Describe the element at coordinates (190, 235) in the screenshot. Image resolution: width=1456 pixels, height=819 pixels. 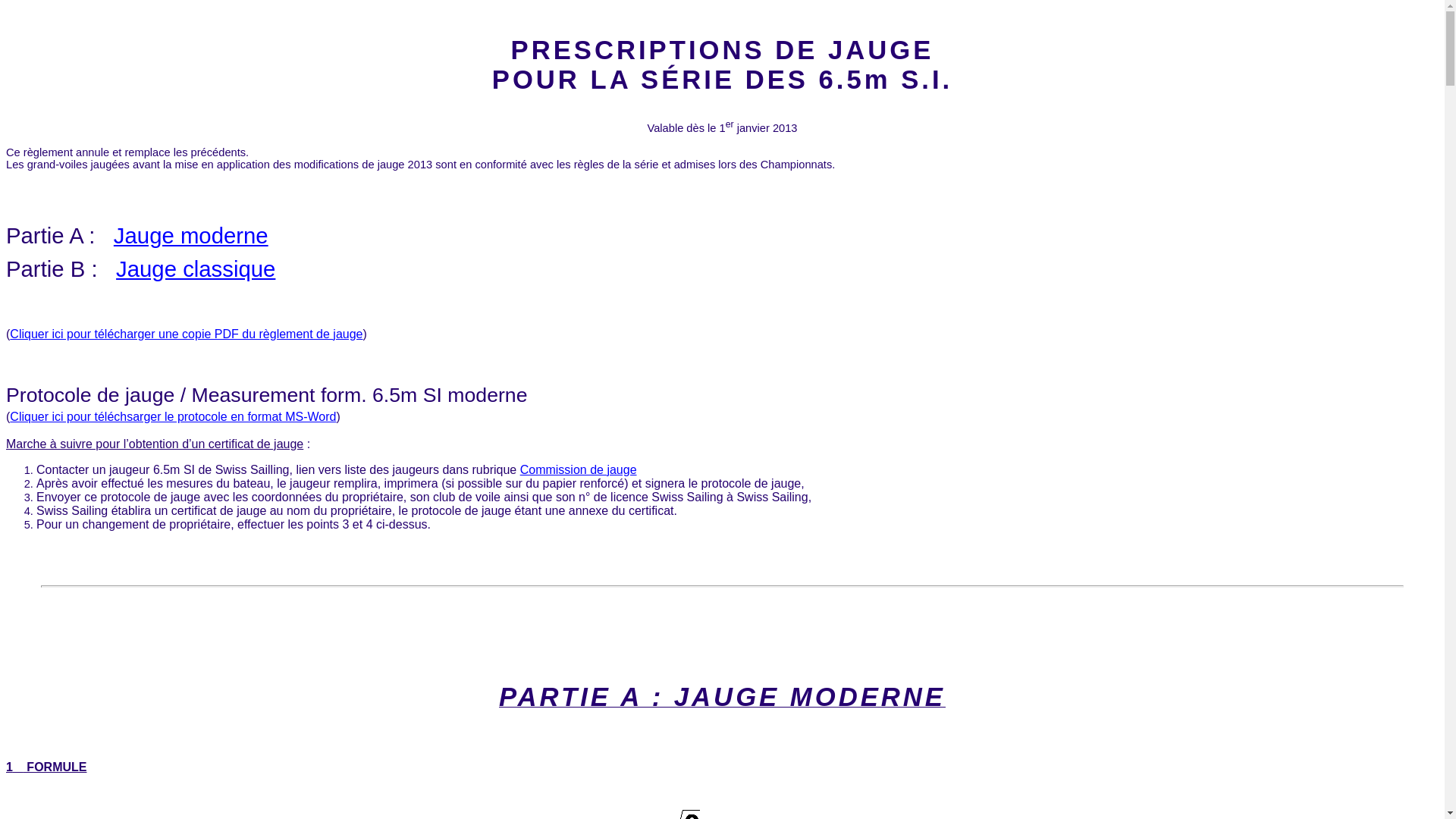
I see `'Jauge moderne'` at that location.